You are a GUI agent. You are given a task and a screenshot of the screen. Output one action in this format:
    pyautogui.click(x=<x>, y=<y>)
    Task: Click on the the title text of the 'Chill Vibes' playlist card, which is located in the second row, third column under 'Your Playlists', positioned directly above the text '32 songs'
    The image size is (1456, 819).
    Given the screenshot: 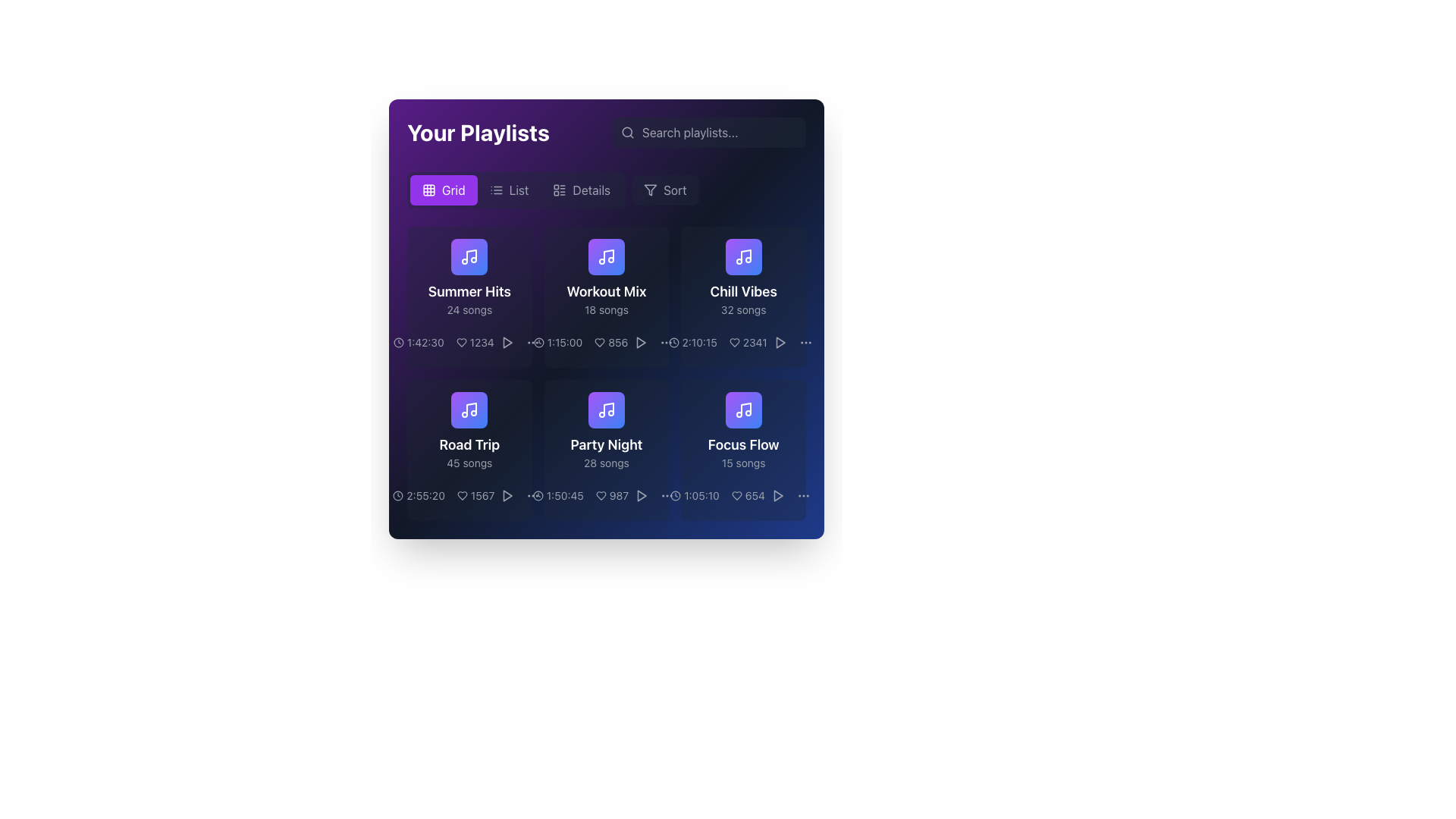 What is the action you would take?
    pyautogui.click(x=743, y=292)
    